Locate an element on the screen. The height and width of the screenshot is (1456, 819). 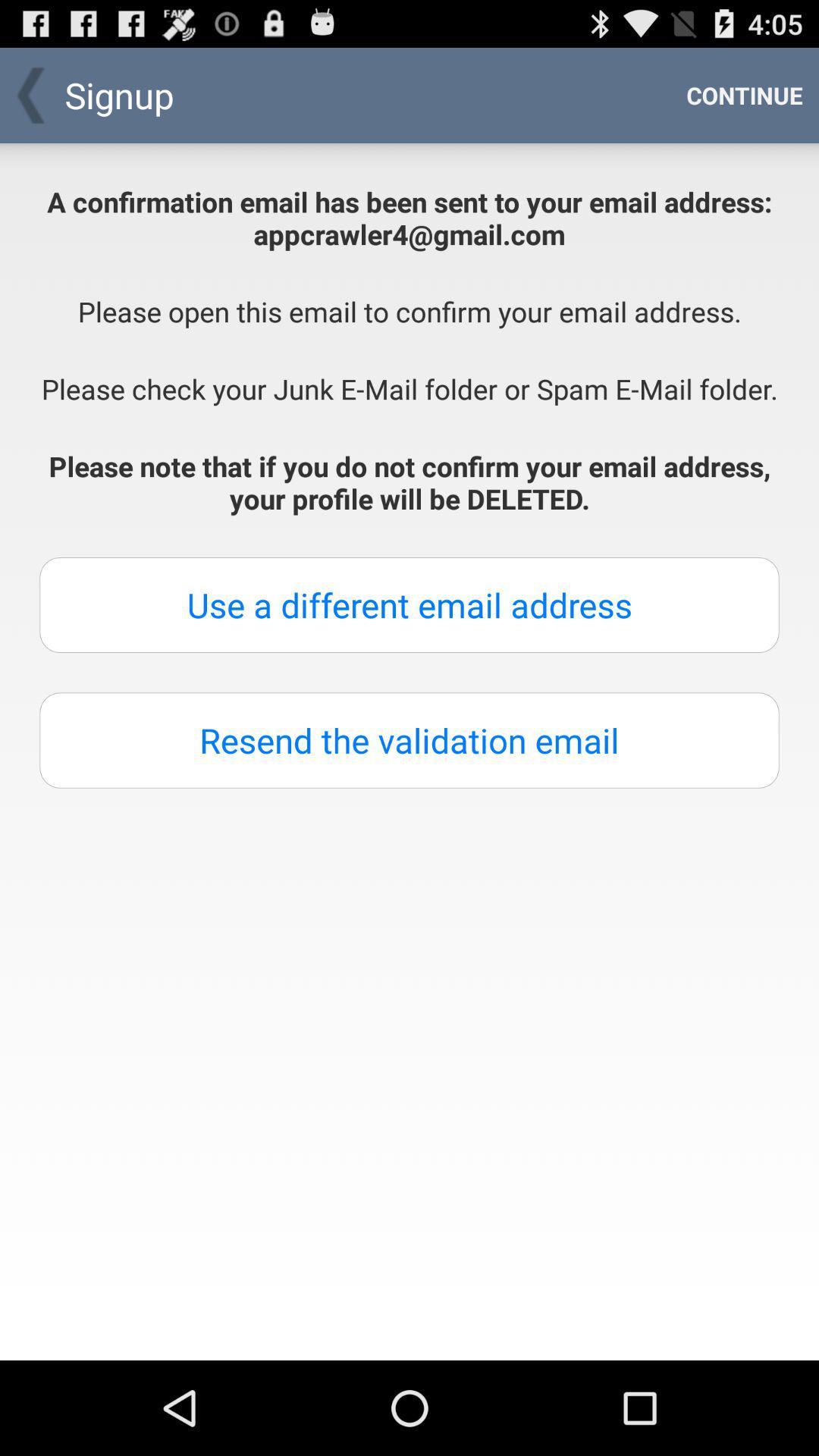
icon above resend the validation is located at coordinates (409, 604).